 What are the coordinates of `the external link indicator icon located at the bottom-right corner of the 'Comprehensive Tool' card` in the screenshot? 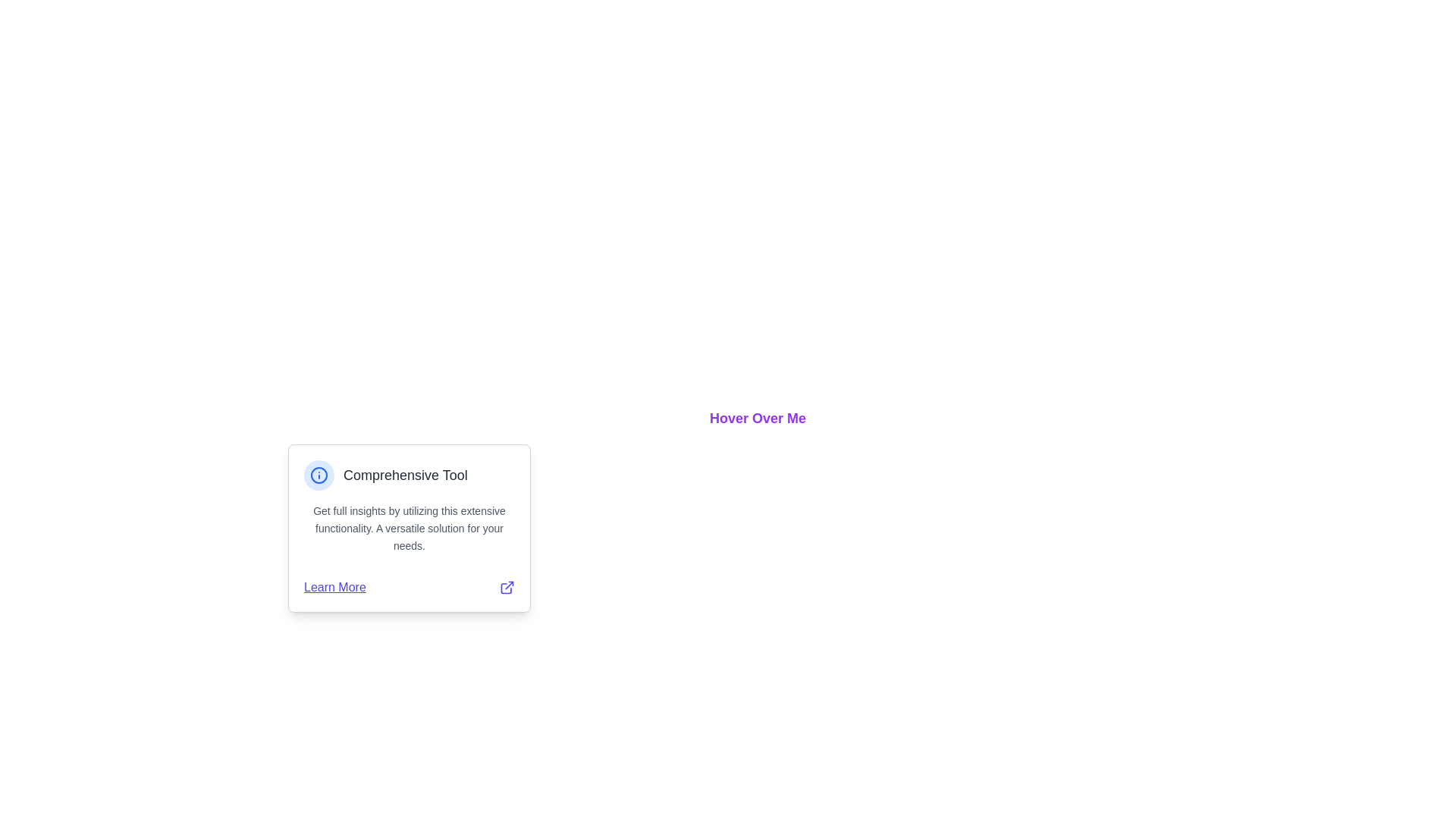 It's located at (507, 587).